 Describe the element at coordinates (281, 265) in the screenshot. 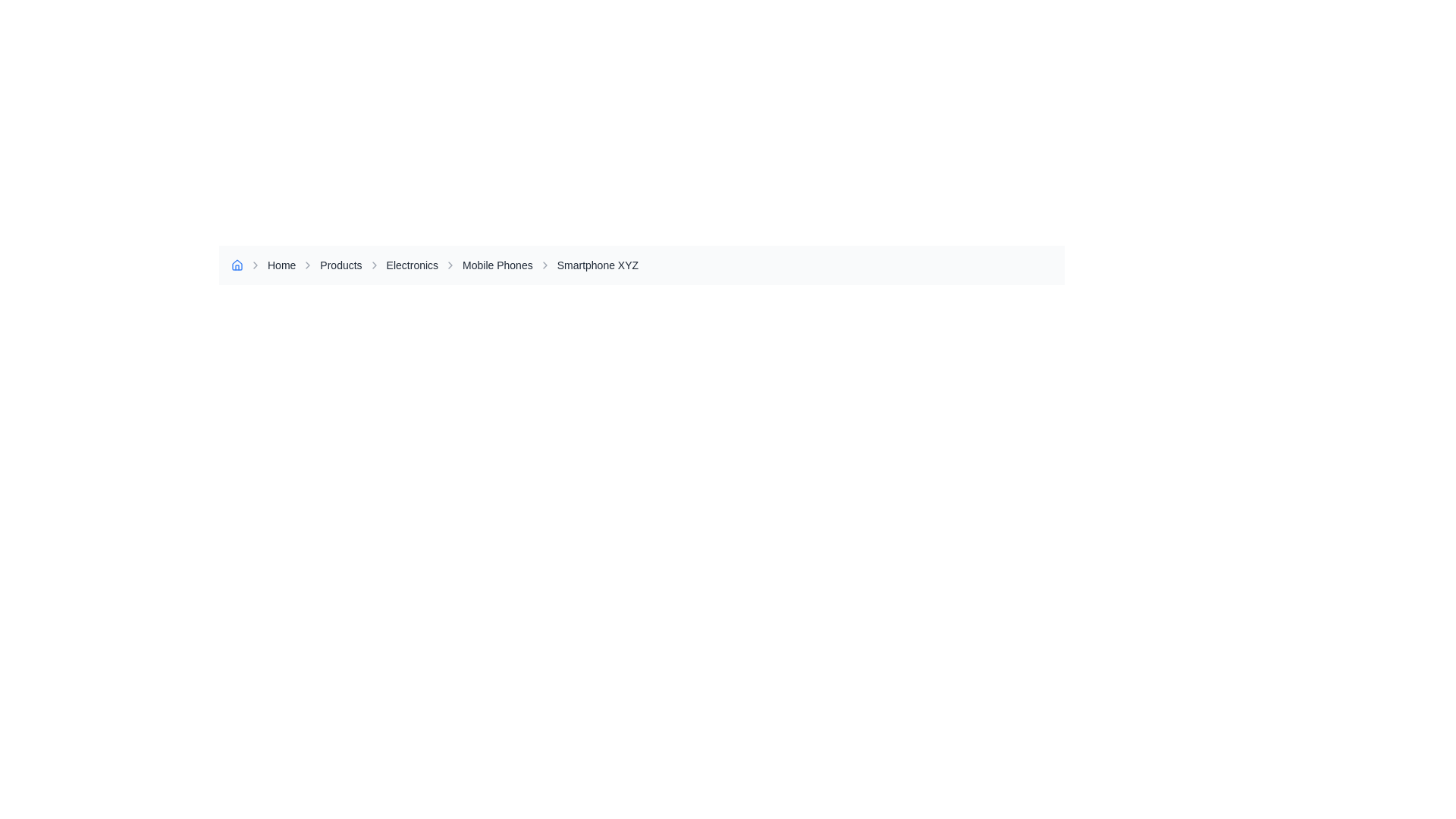

I see `the 'Home' clickable text link in the breadcrumb navigation bar` at that location.